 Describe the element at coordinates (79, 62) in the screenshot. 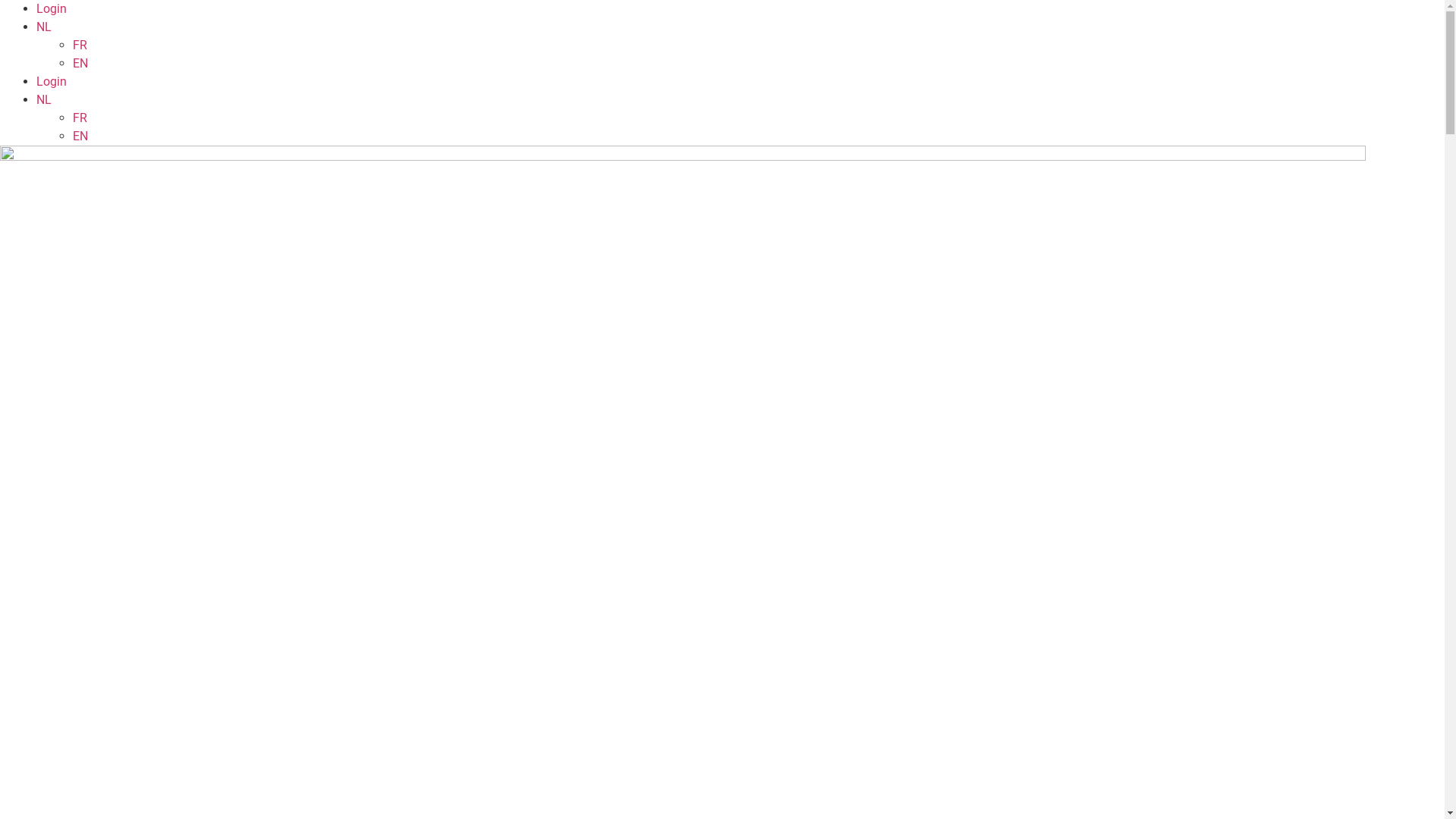

I see `'EN'` at that location.